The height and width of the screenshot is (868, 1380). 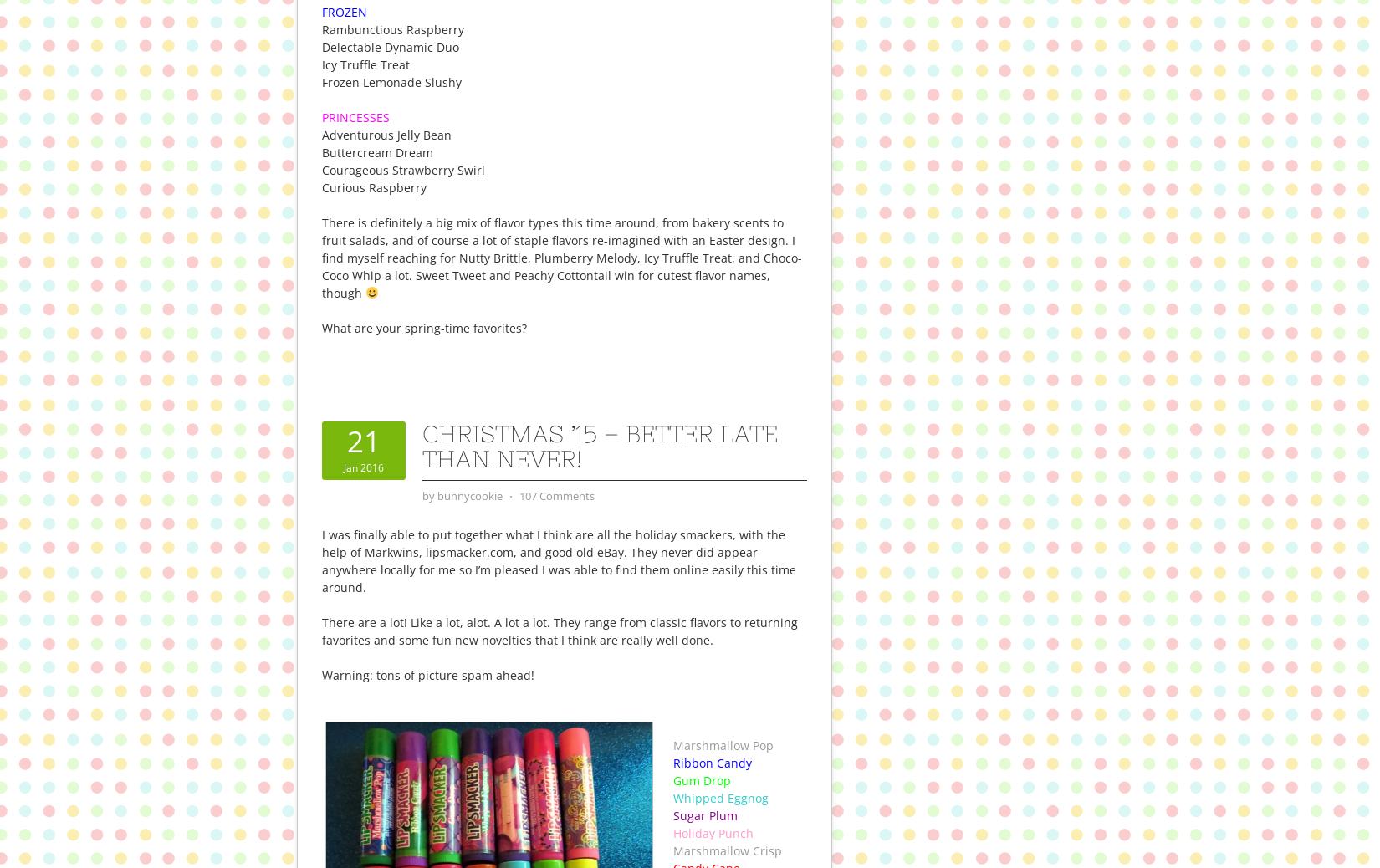 What do you see at coordinates (321, 327) in the screenshot?
I see `'What are your spring-time favorites?'` at bounding box center [321, 327].